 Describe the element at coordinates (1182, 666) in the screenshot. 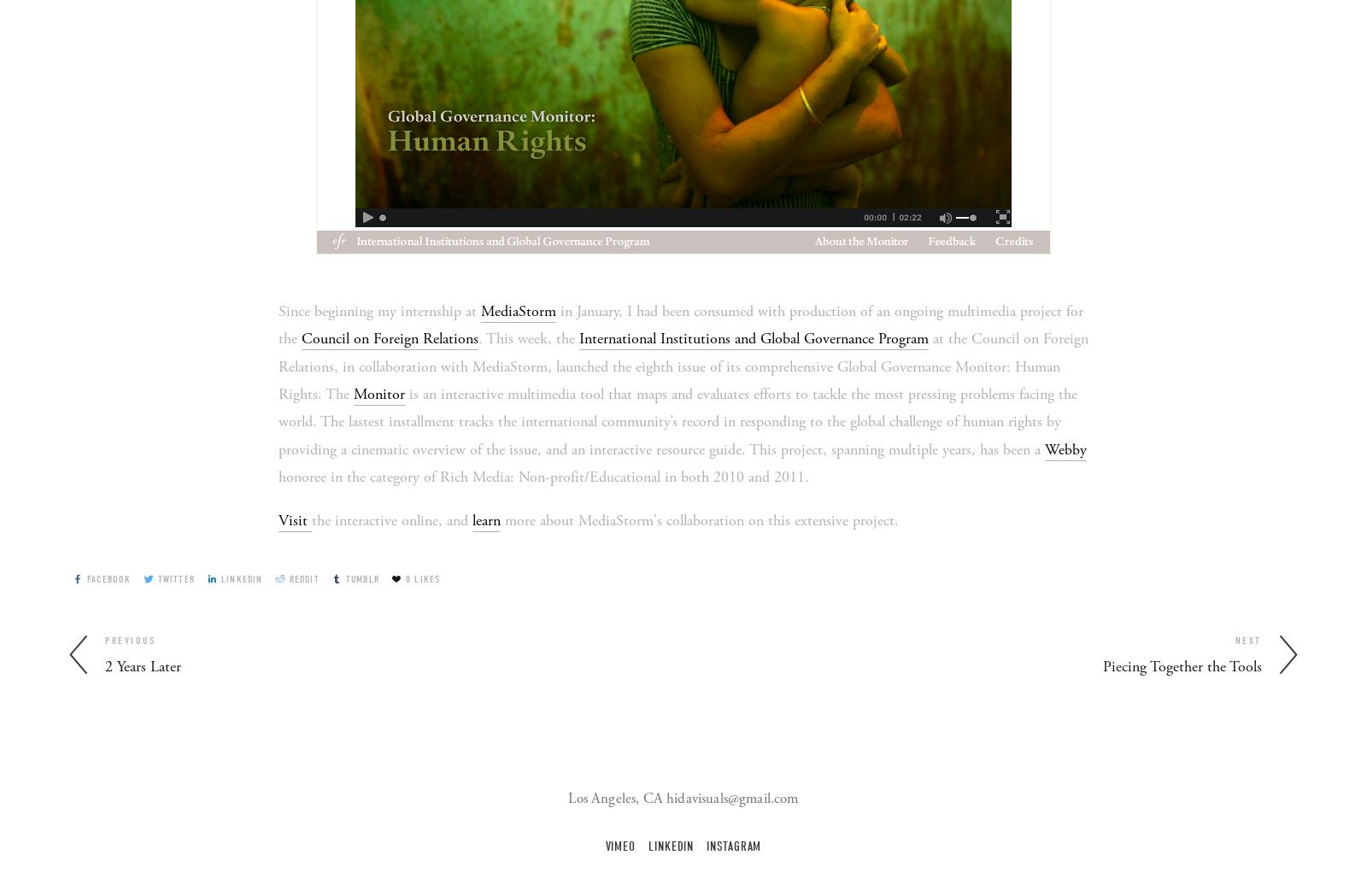

I see `'Piecing Together the Tools'` at that location.